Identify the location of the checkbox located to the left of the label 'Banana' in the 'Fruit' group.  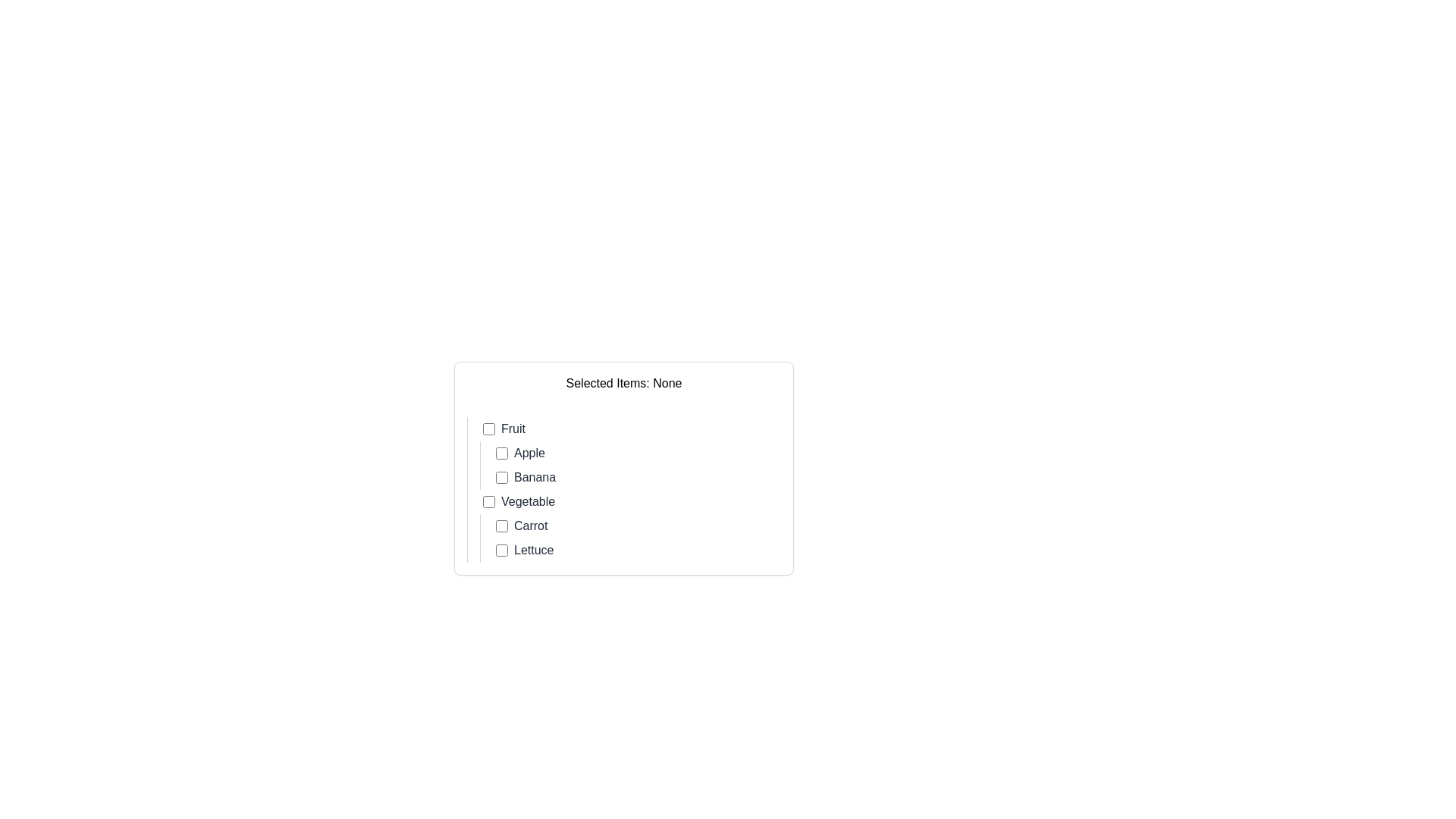
(502, 476).